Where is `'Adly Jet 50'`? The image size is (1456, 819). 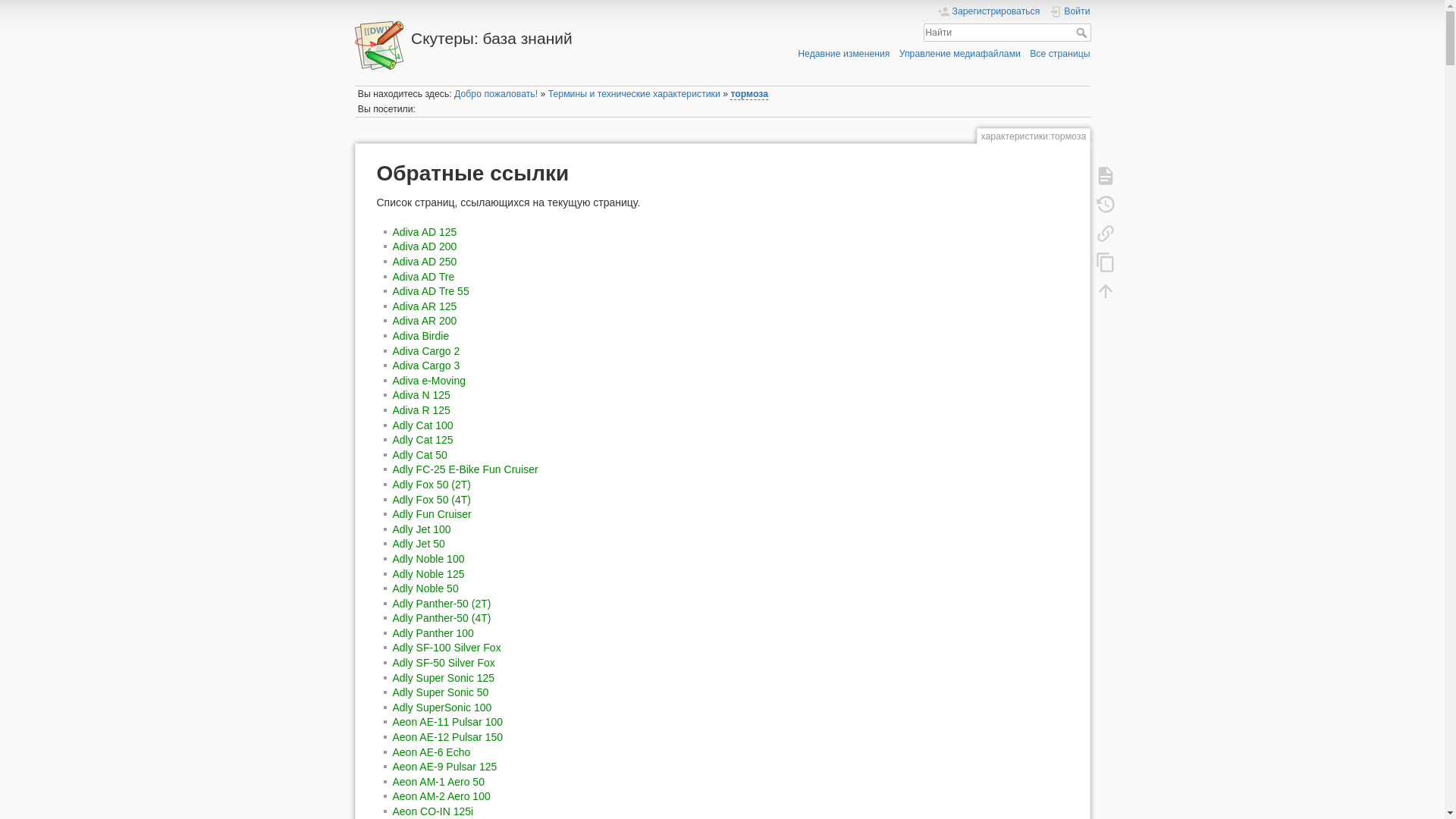 'Adly Jet 50' is located at coordinates (393, 543).